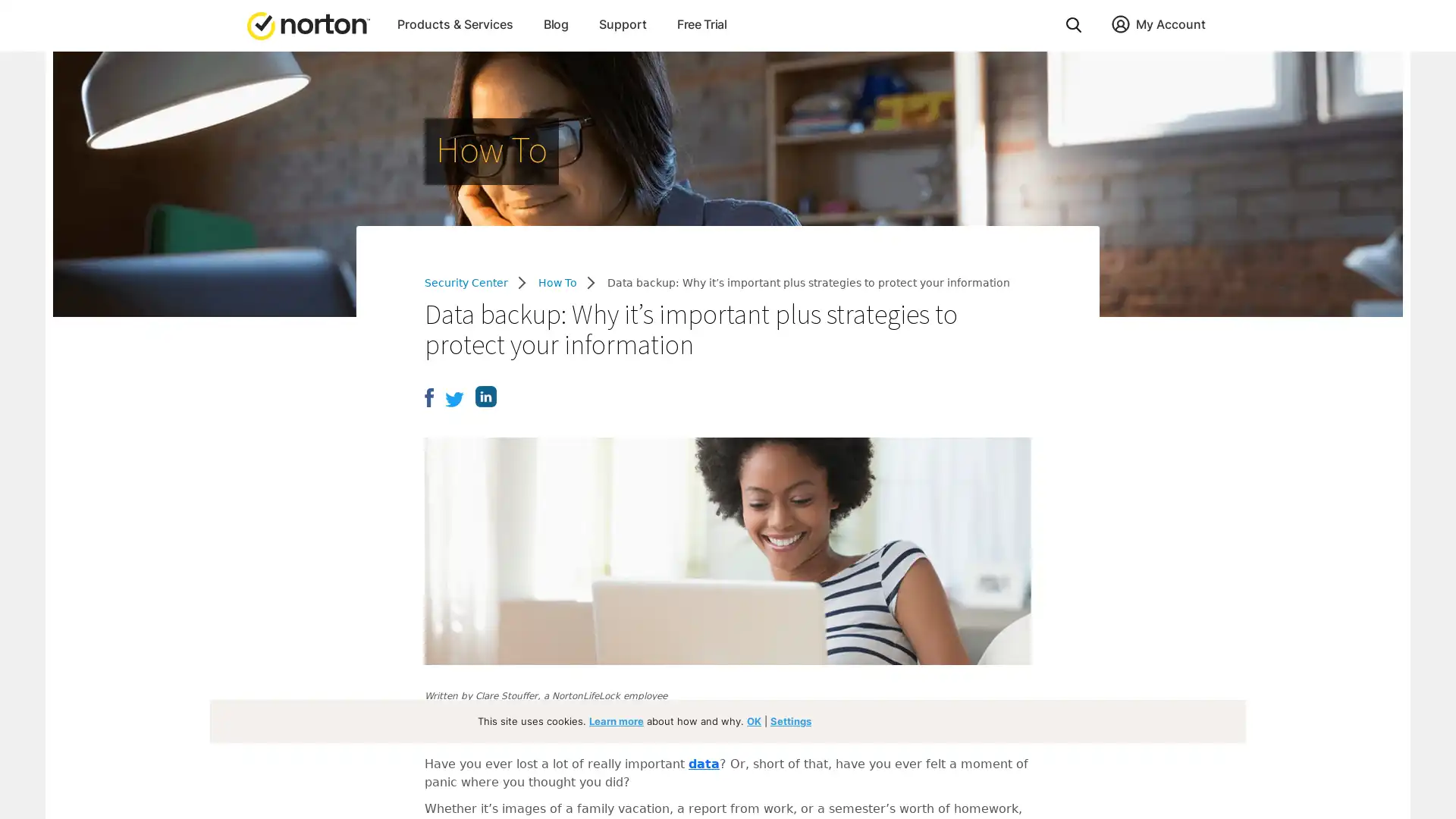 This screenshot has height=819, width=1456. I want to click on No Thanks, so click(128, 657).